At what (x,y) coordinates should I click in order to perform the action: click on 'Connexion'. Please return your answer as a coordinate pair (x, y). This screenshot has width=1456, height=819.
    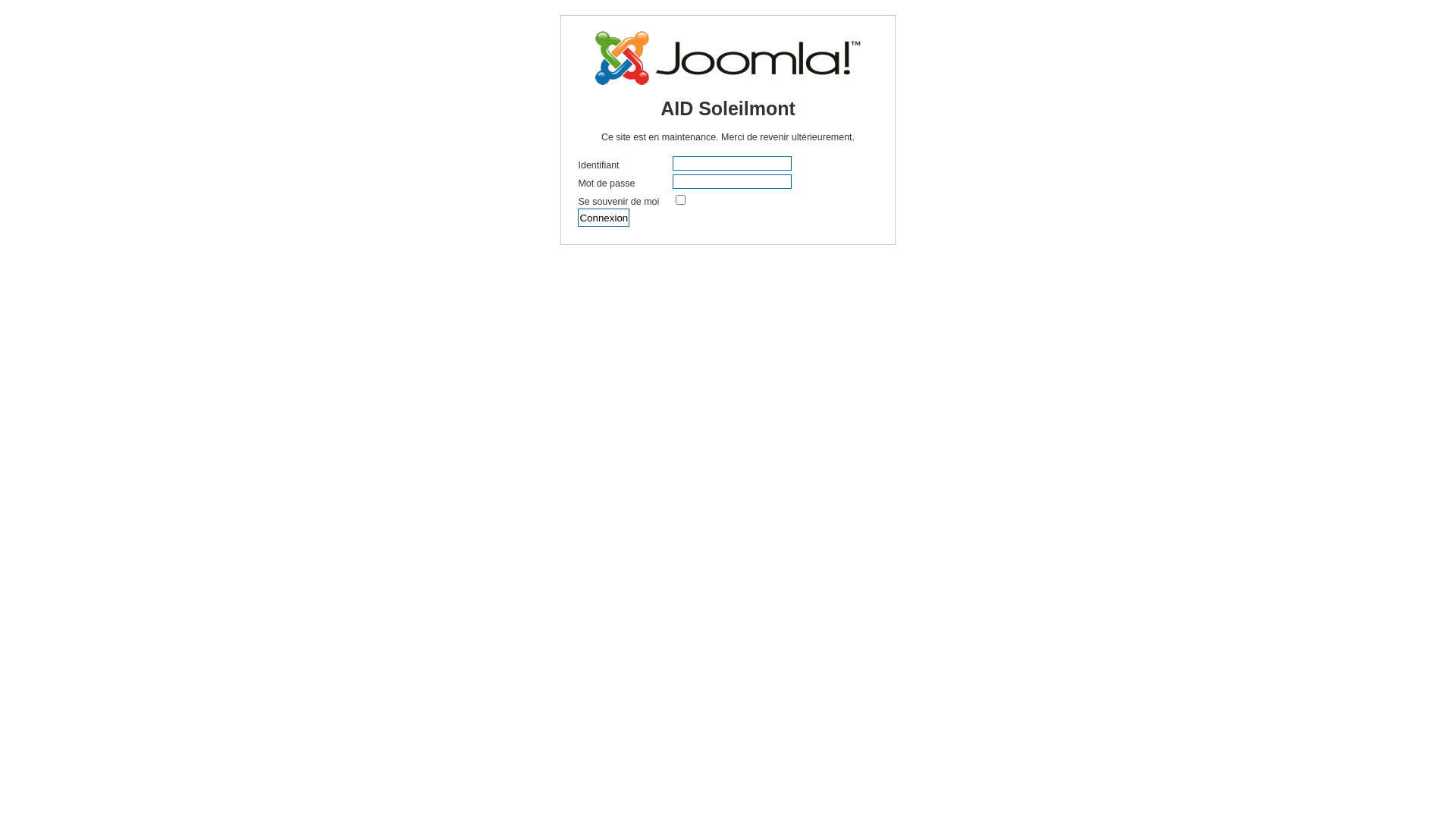
    Looking at the image, I should click on (603, 217).